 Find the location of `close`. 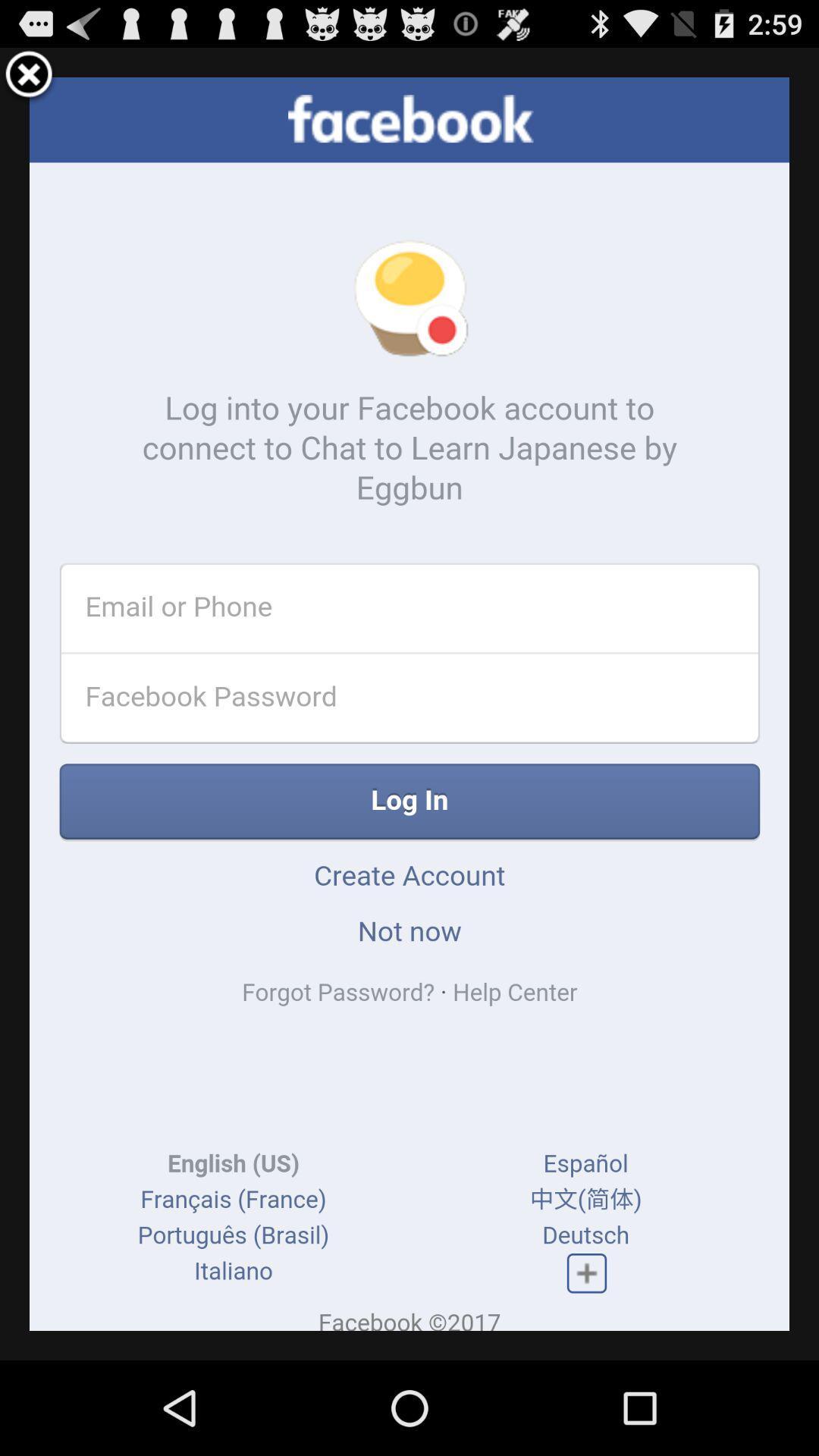

close is located at coordinates (29, 76).